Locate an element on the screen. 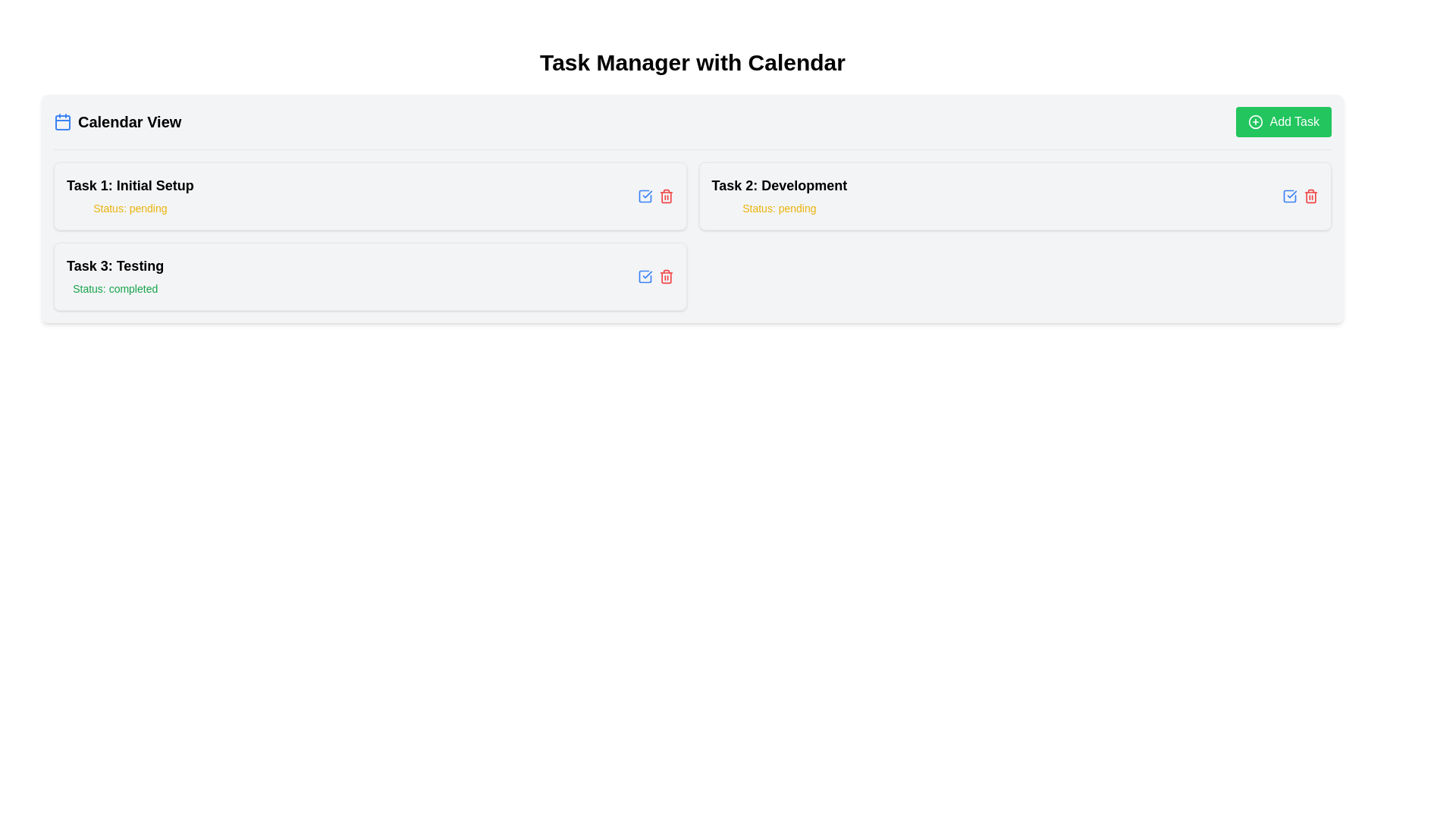 This screenshot has width=1456, height=819. the static text indicating the status of 'Task 1: Initial Setup', which displays that the task is currently in a 'pending' state is located at coordinates (130, 208).